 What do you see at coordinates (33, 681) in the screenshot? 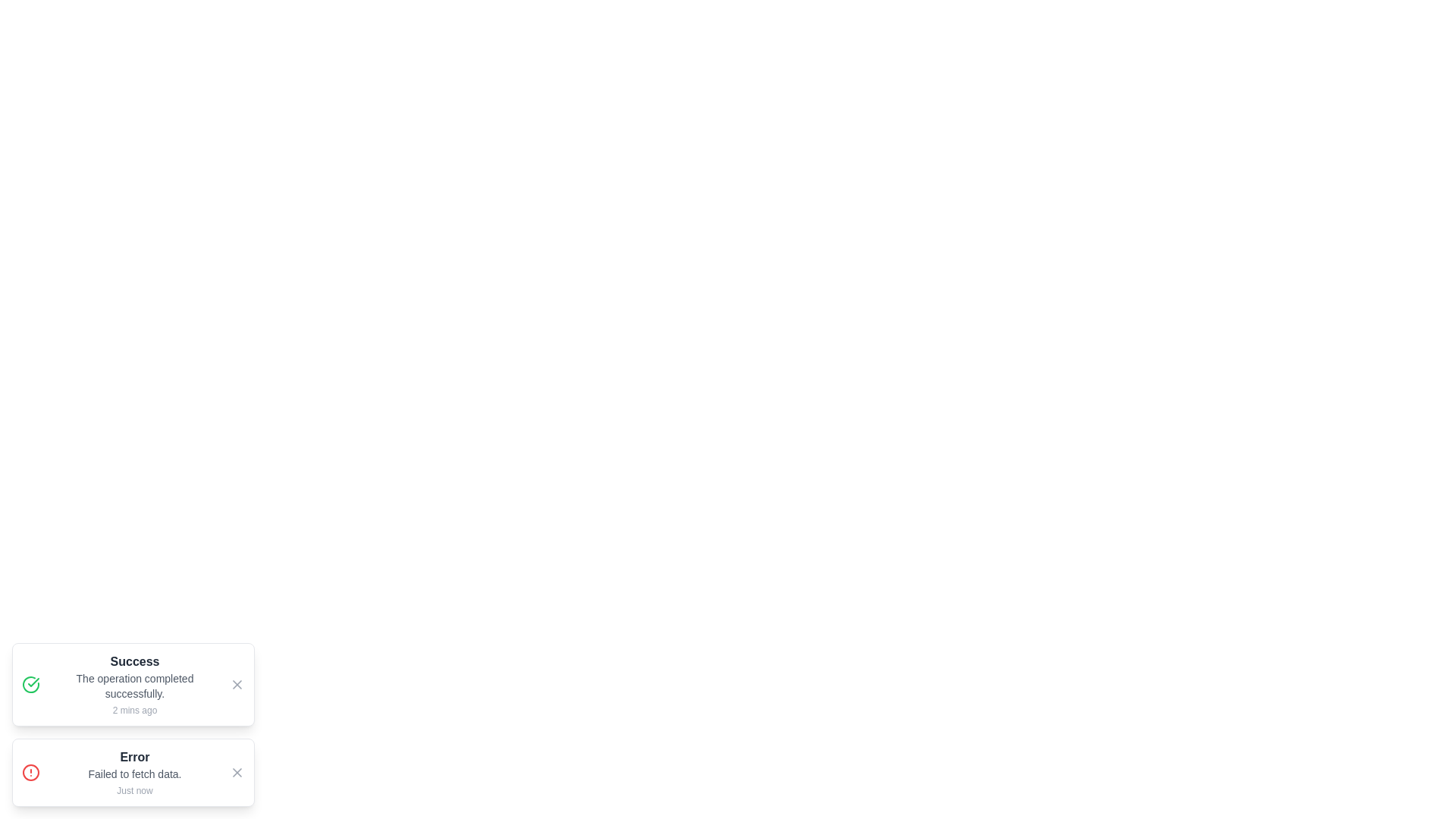
I see `the checkmark icon within the SVG illustration, which is part of a success notification bubble indicating successful completion of an operation` at bounding box center [33, 681].